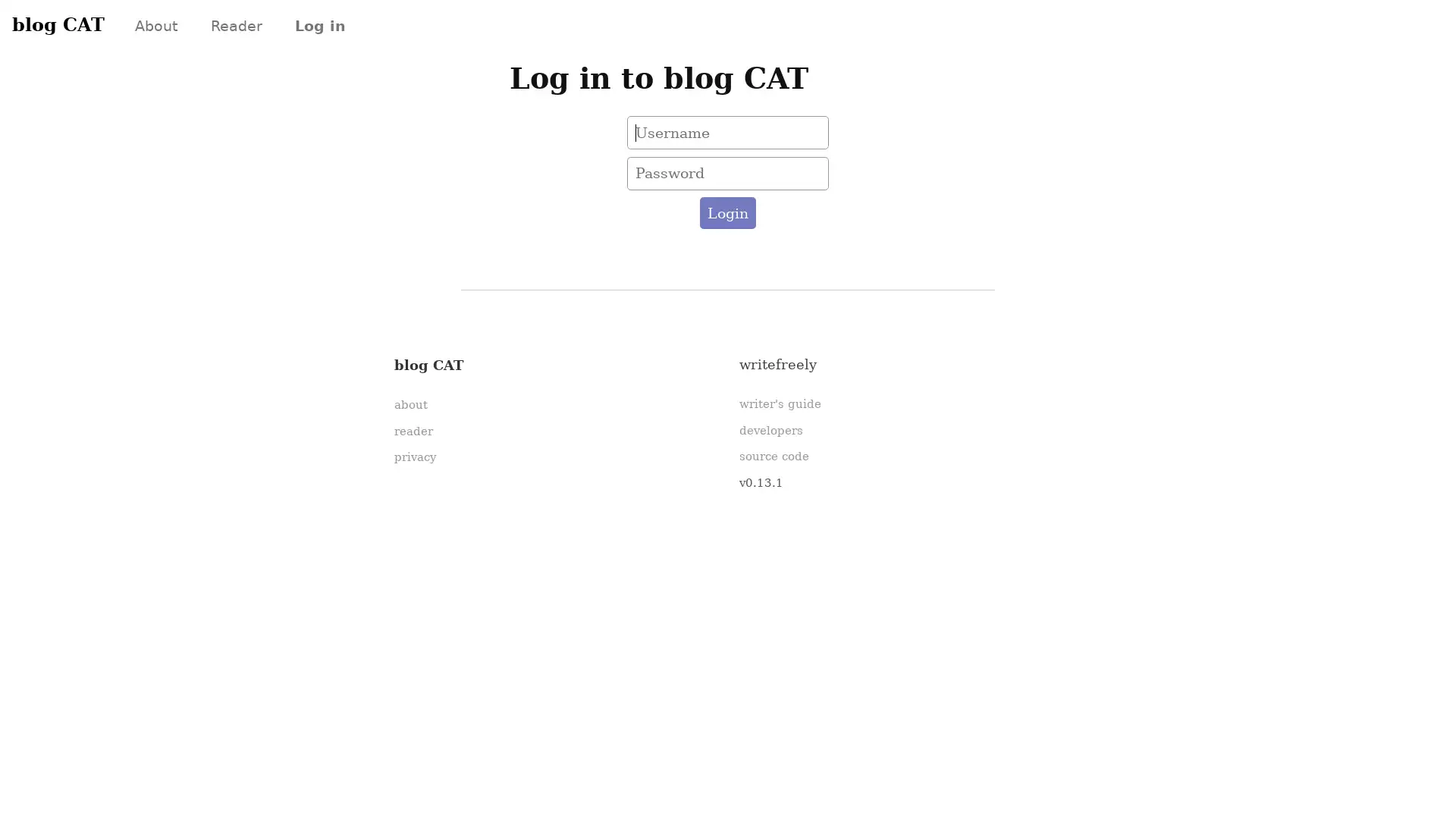  I want to click on Login, so click(726, 213).